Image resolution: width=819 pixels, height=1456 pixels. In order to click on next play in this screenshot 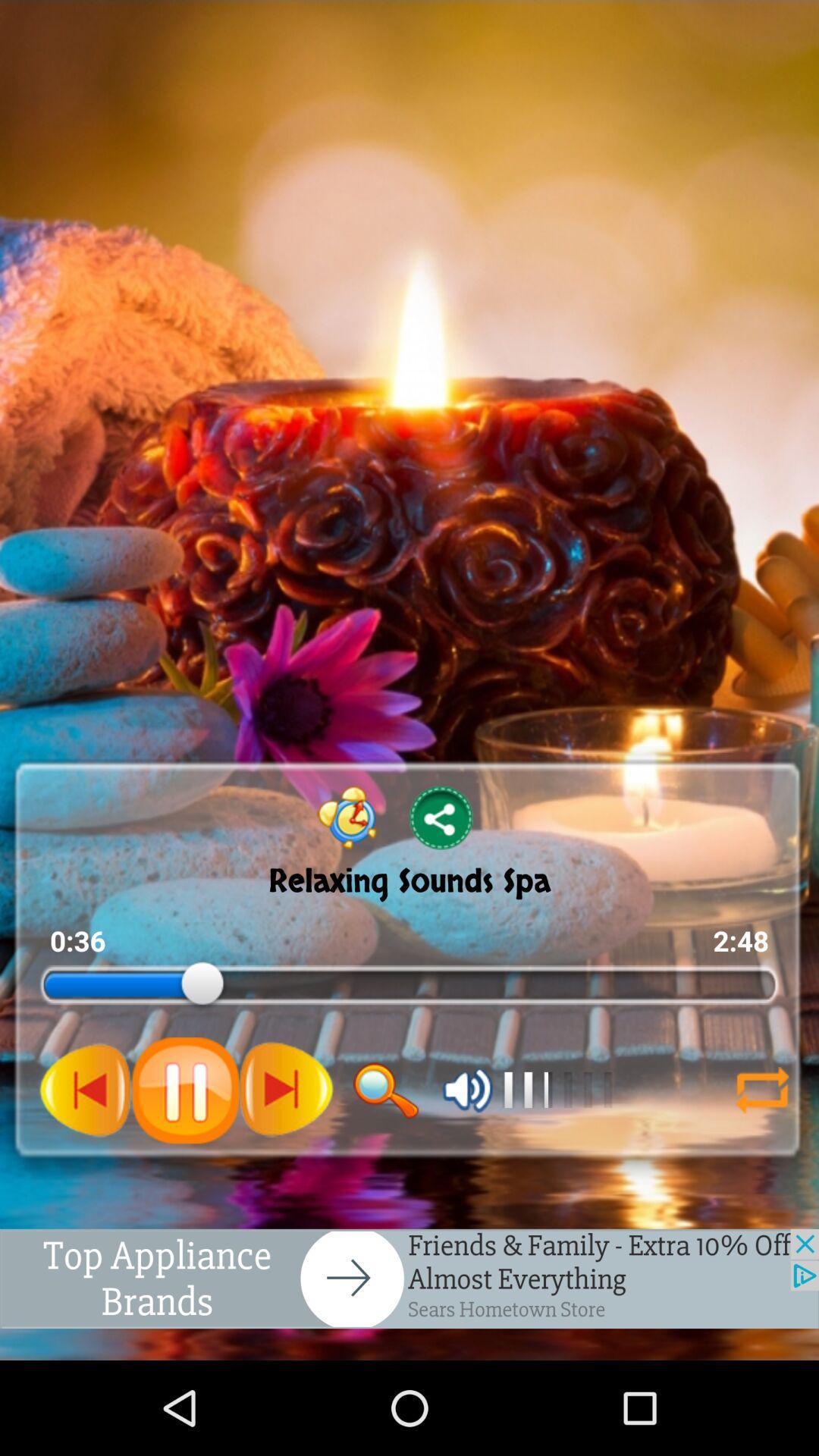, I will do `click(86, 1089)`.